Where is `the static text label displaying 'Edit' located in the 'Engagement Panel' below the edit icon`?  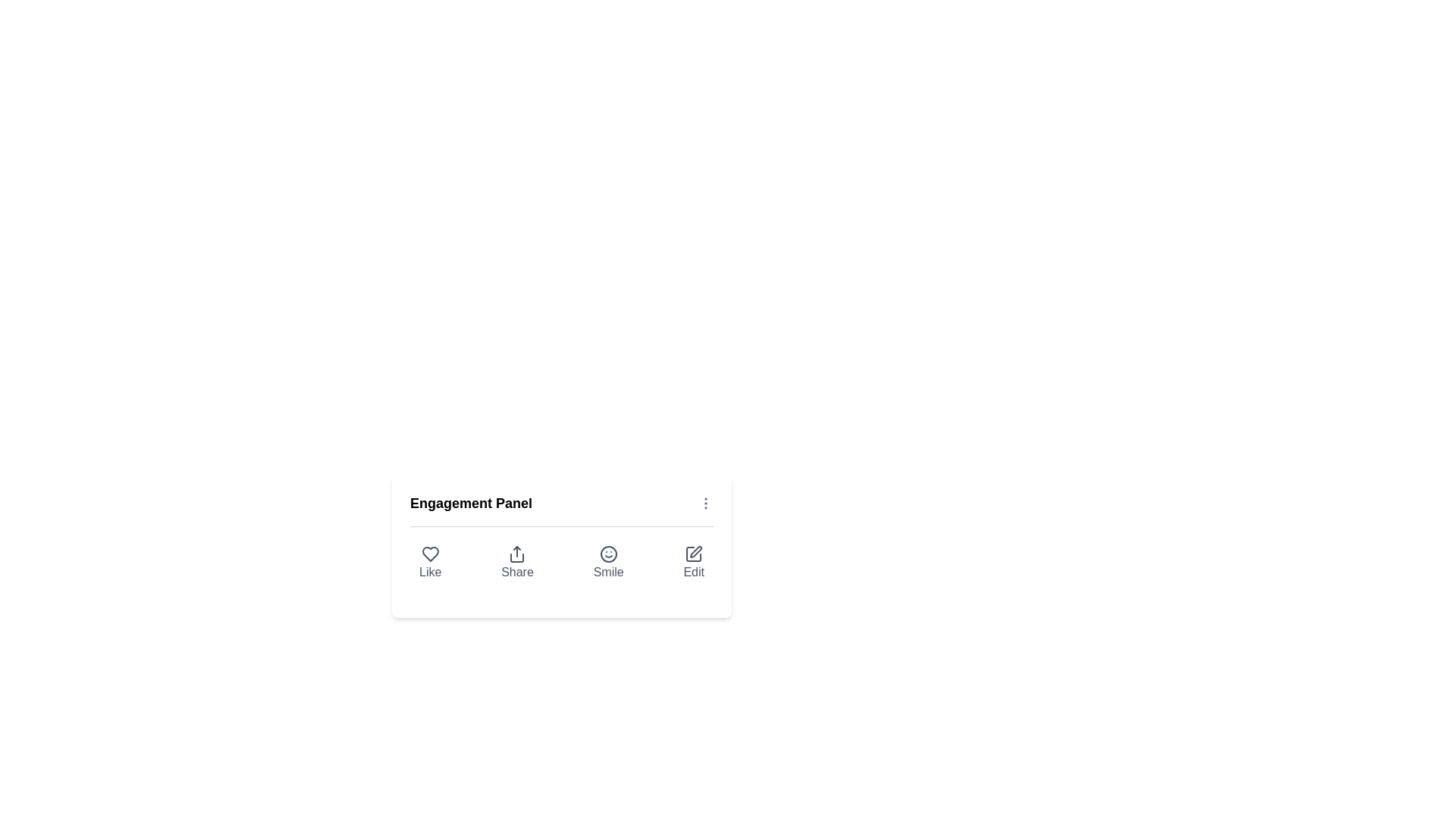
the static text label displaying 'Edit' located in the 'Engagement Panel' below the edit icon is located at coordinates (693, 573).